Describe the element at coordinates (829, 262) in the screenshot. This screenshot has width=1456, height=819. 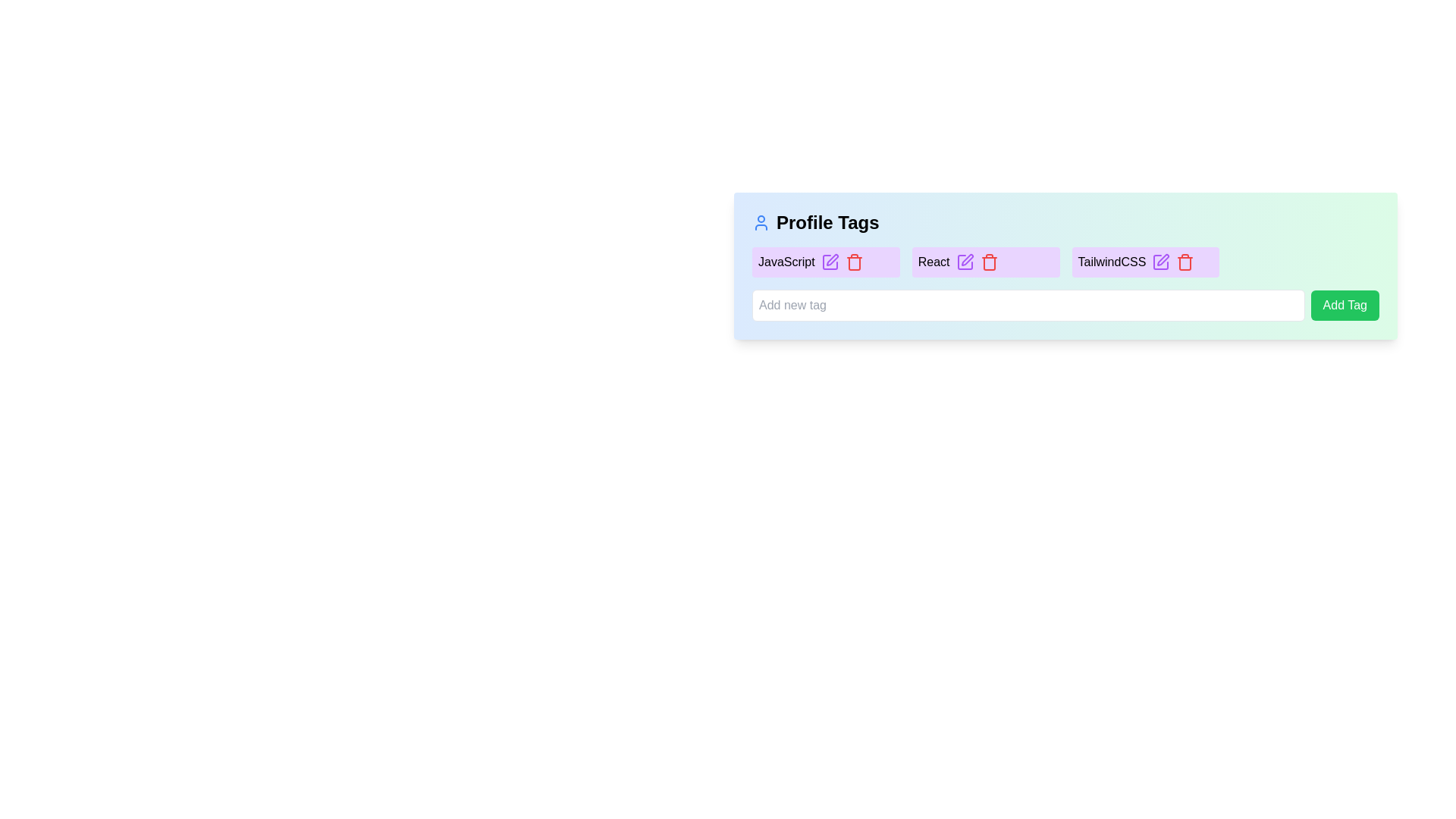
I see `the icon representing editing or modification actions, located to the right of the 'JavaScript' label` at that location.